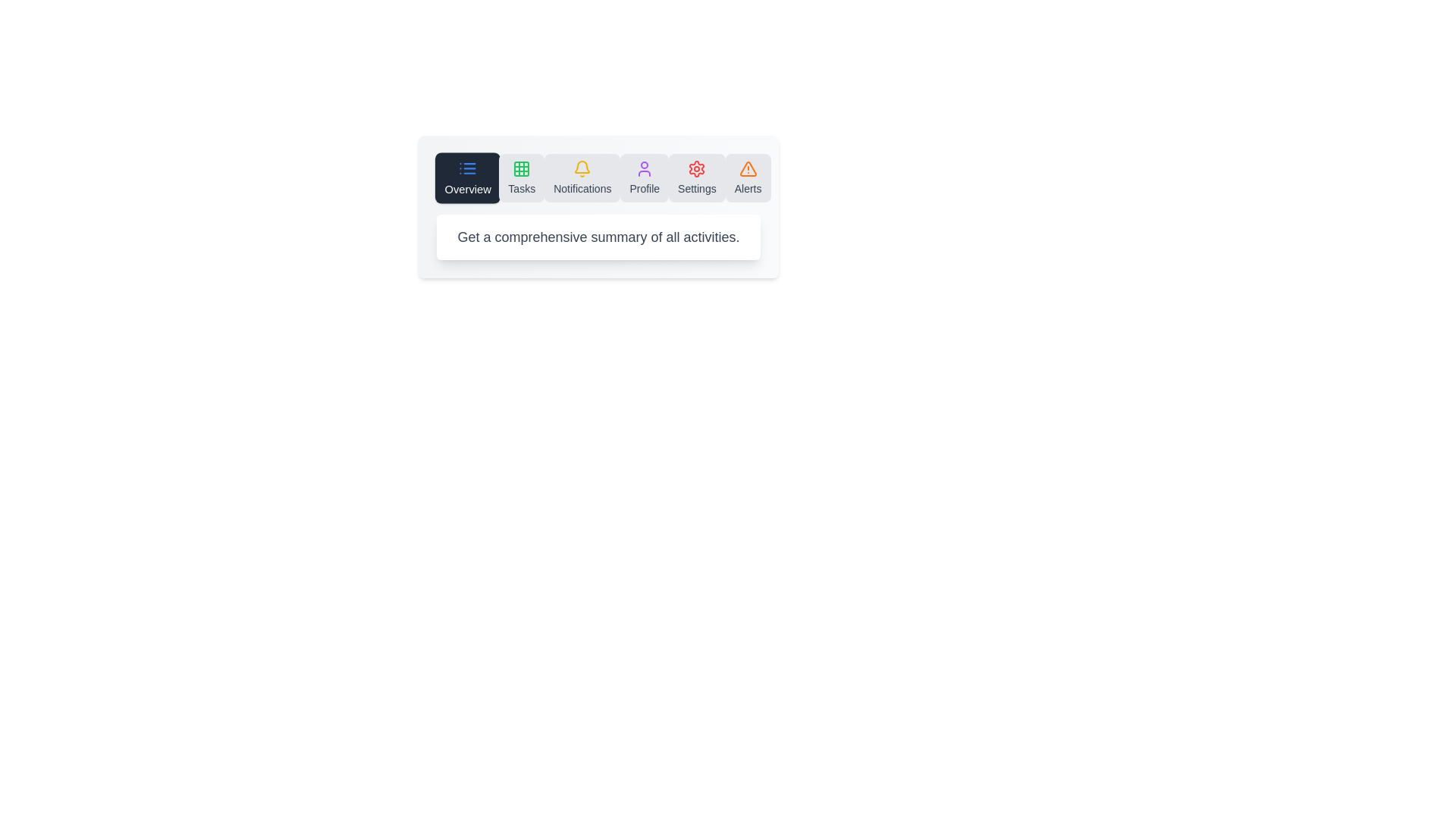 Image resolution: width=1456 pixels, height=819 pixels. What do you see at coordinates (695, 177) in the screenshot?
I see `the icon to switch to the Settings section` at bounding box center [695, 177].